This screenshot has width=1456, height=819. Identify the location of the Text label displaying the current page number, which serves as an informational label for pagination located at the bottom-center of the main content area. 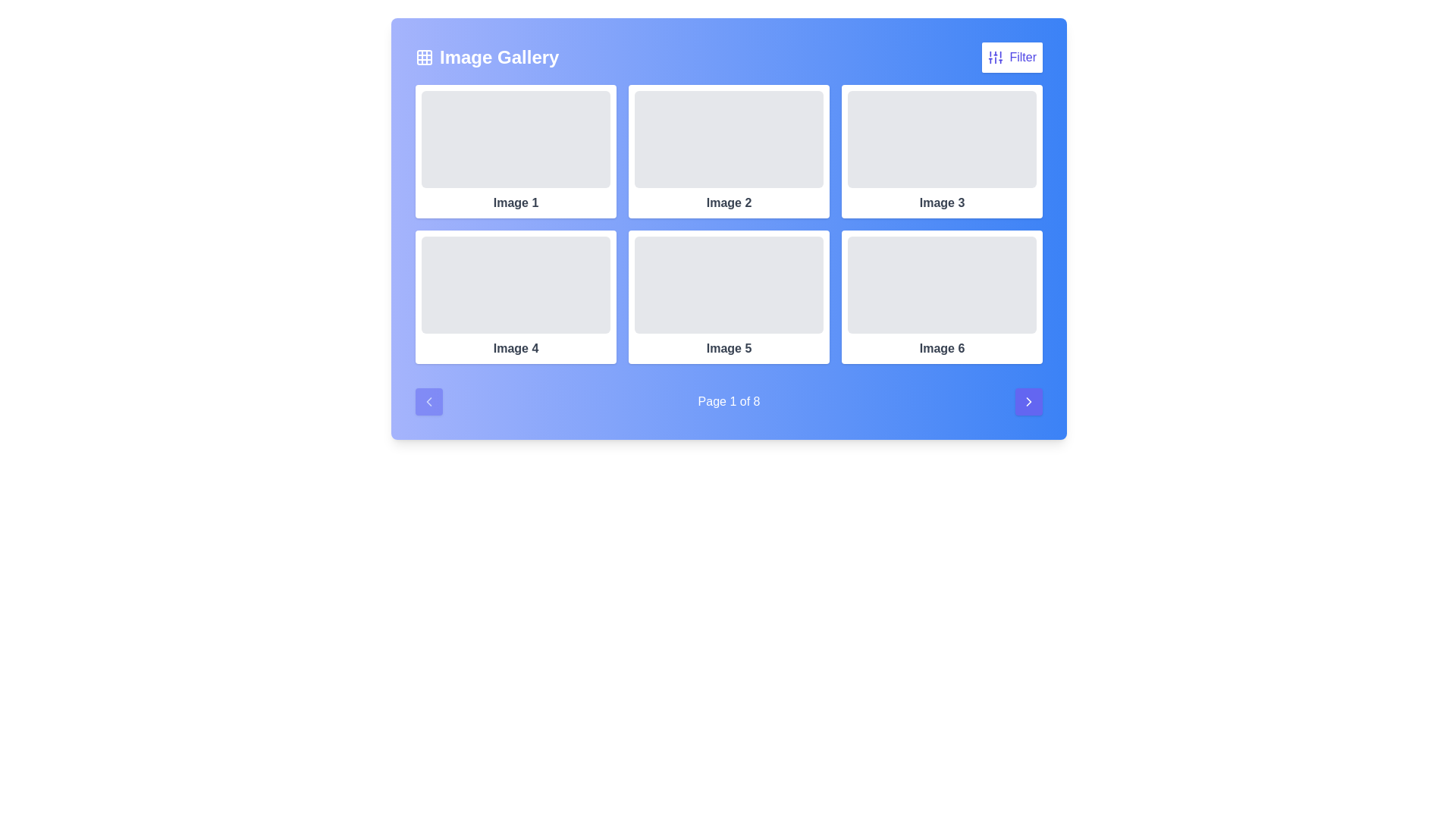
(729, 400).